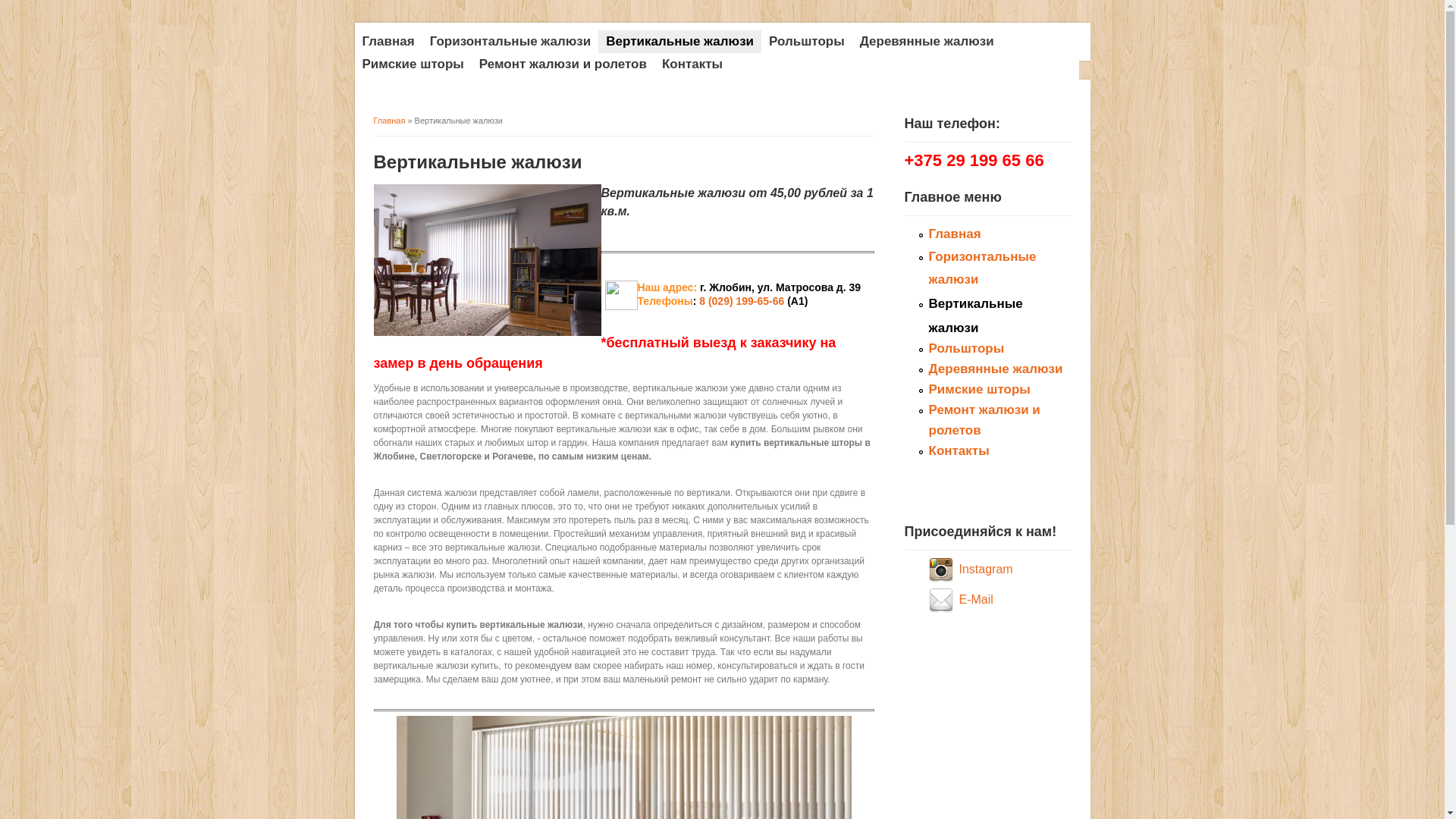  I want to click on ' 8 (029) 199-65-66', so click(739, 301).